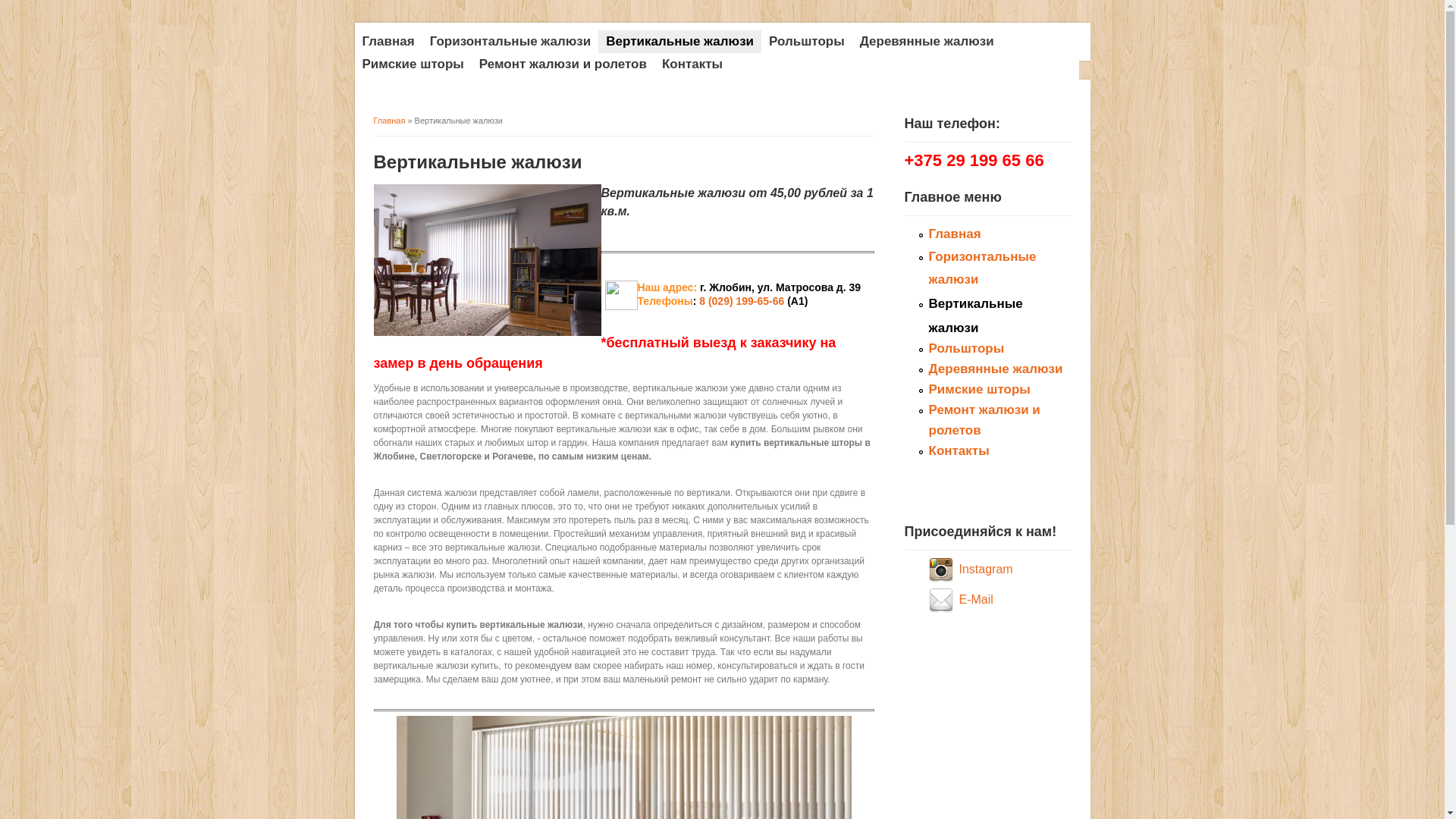  I want to click on ' 8 (029) 199-65-66', so click(739, 301).